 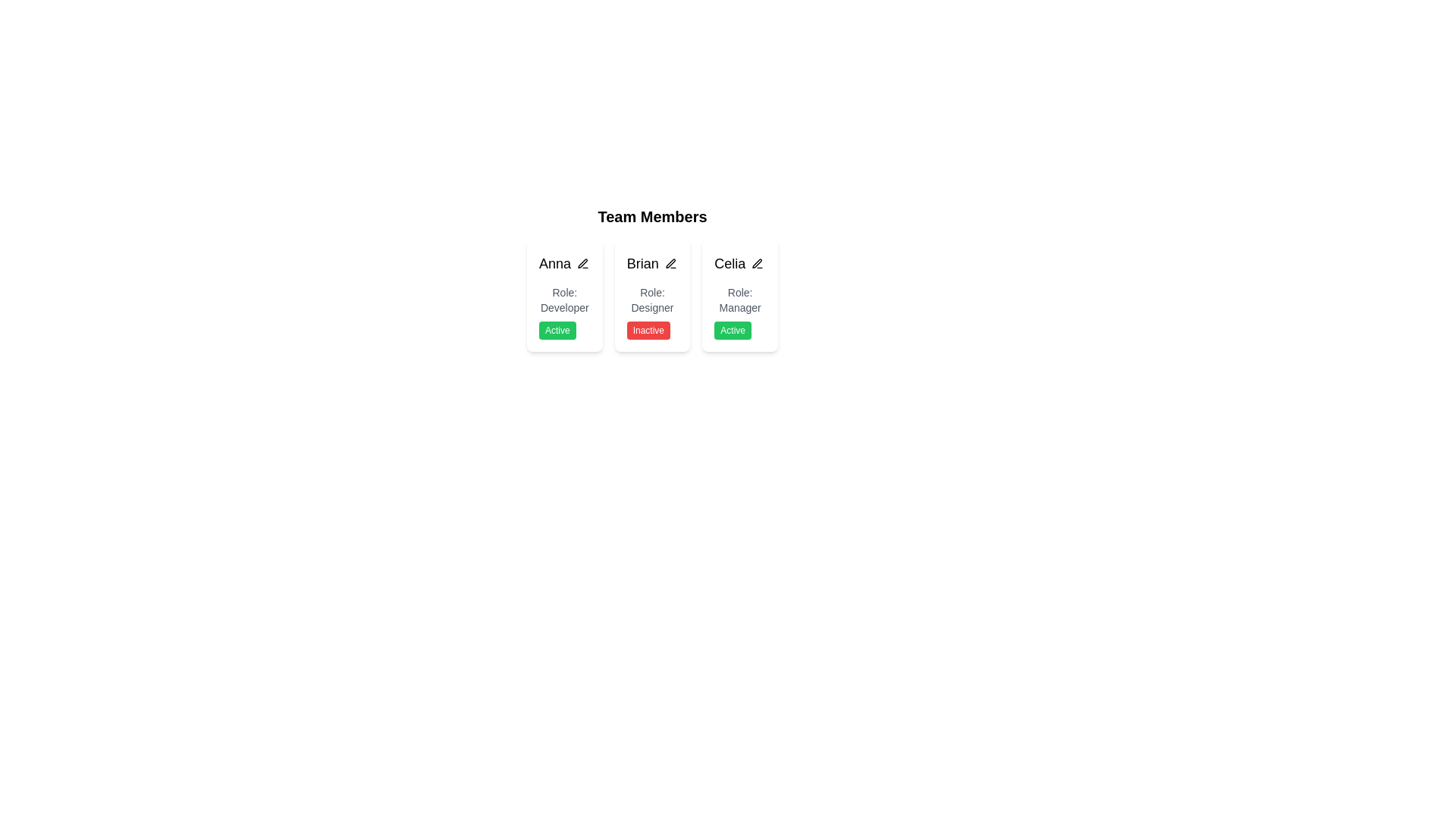 I want to click on the card component displaying the title 'Brian', which is the second card in a grid layout under 'Team Members', so click(x=652, y=278).